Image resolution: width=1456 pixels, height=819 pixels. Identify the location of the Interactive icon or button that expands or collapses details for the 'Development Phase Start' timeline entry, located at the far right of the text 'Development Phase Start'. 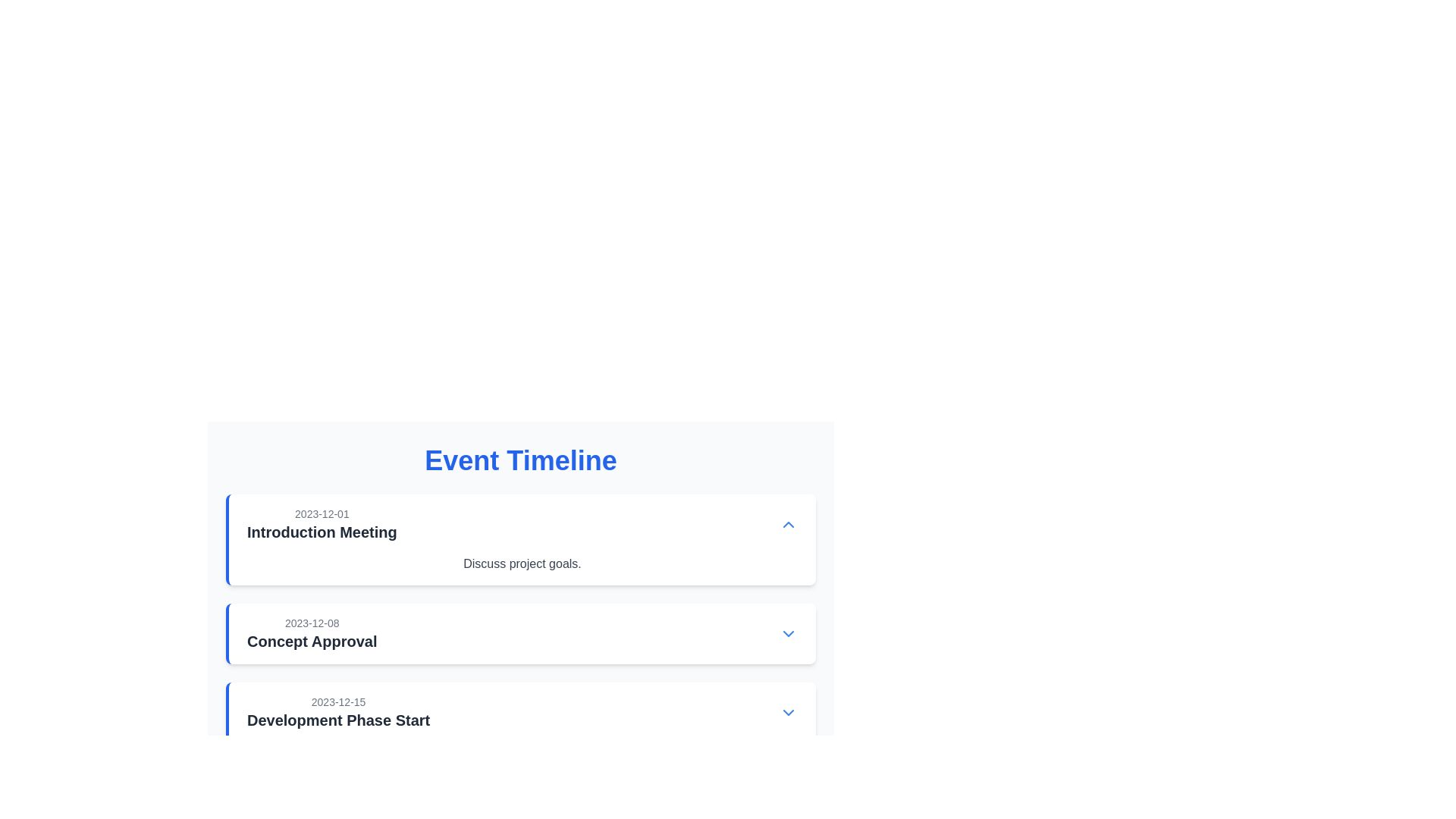
(789, 713).